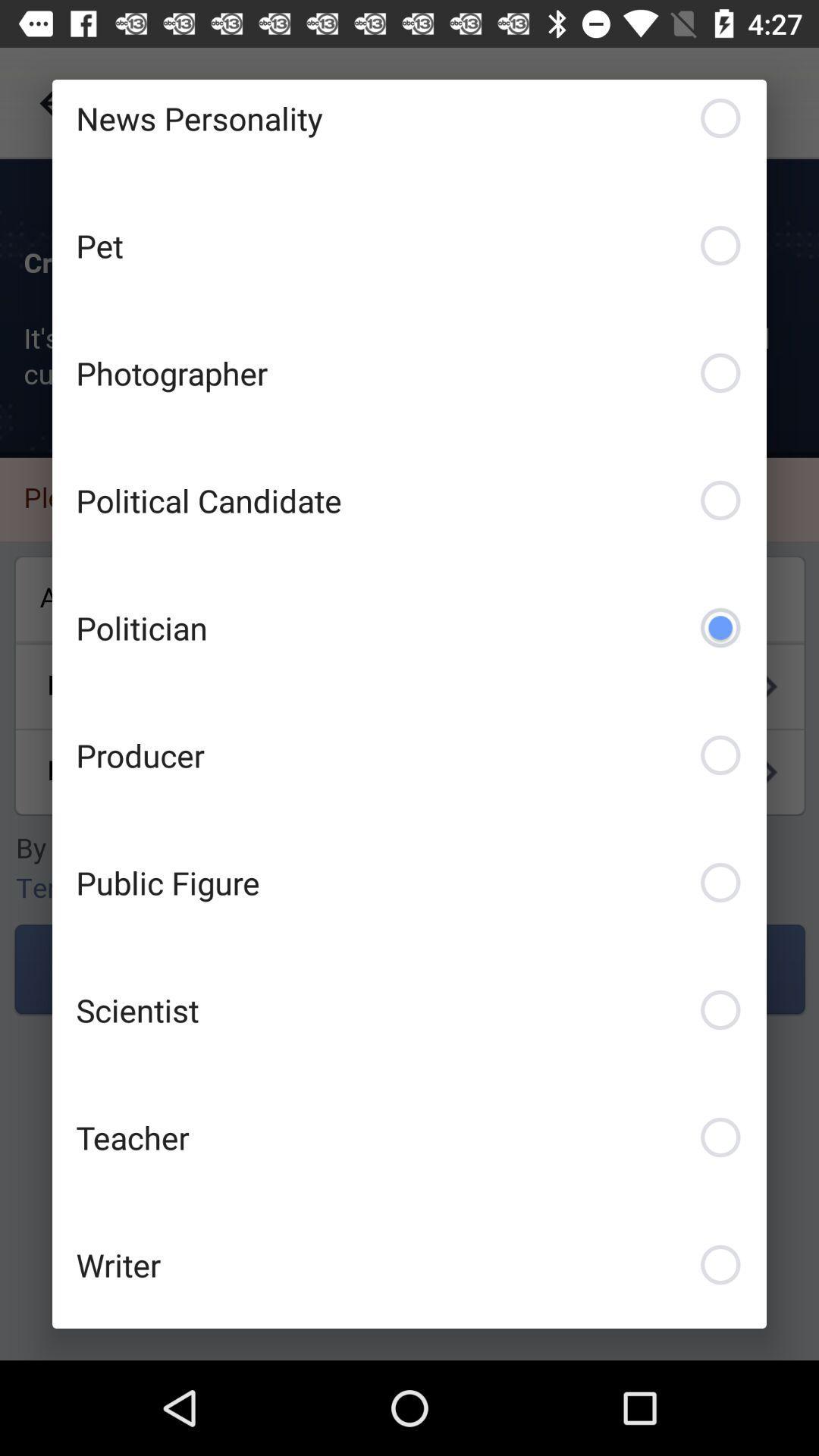 The height and width of the screenshot is (1456, 819). What do you see at coordinates (409, 882) in the screenshot?
I see `public figure item` at bounding box center [409, 882].